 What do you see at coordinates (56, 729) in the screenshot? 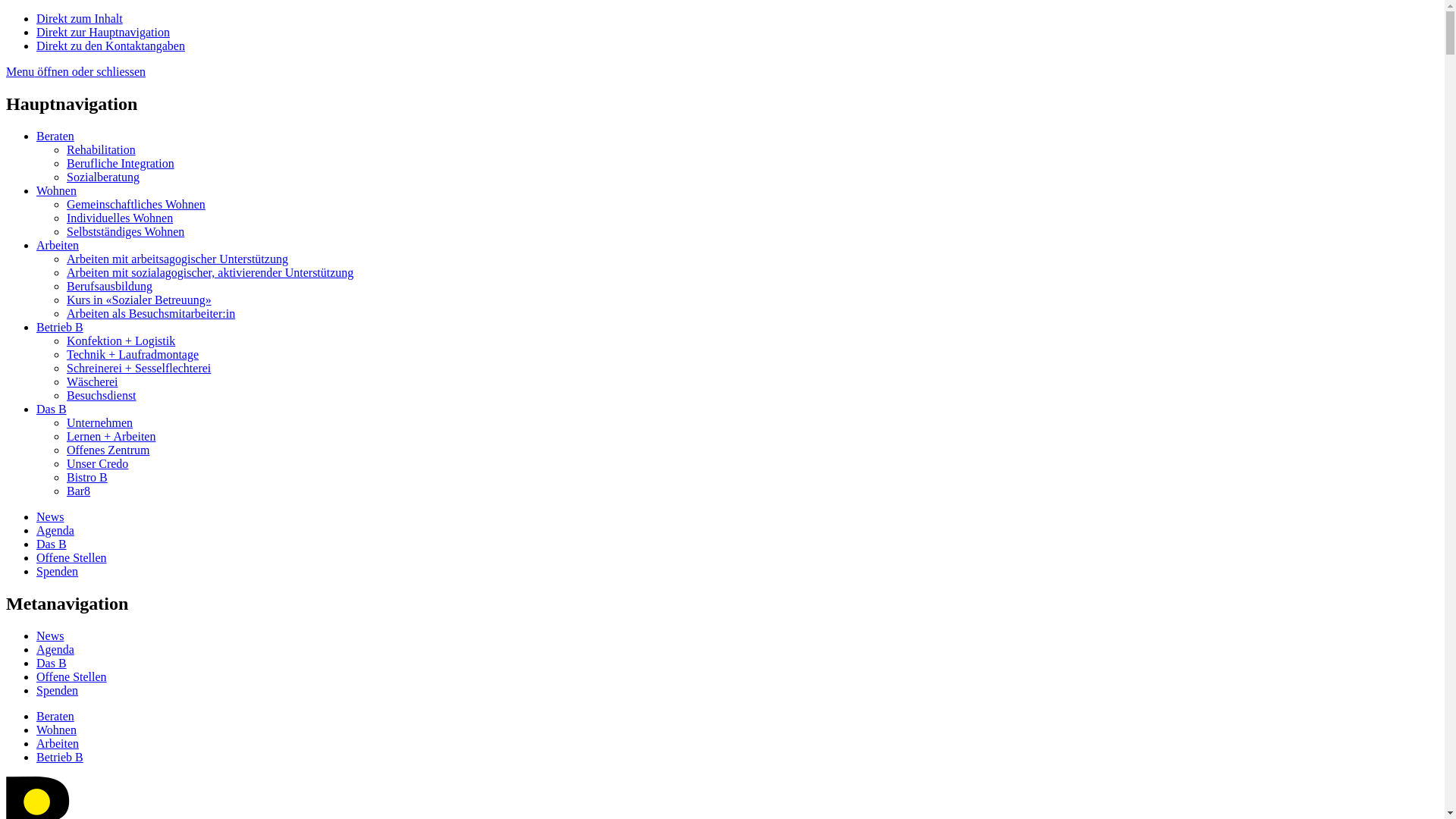
I see `'Wohnen'` at bounding box center [56, 729].